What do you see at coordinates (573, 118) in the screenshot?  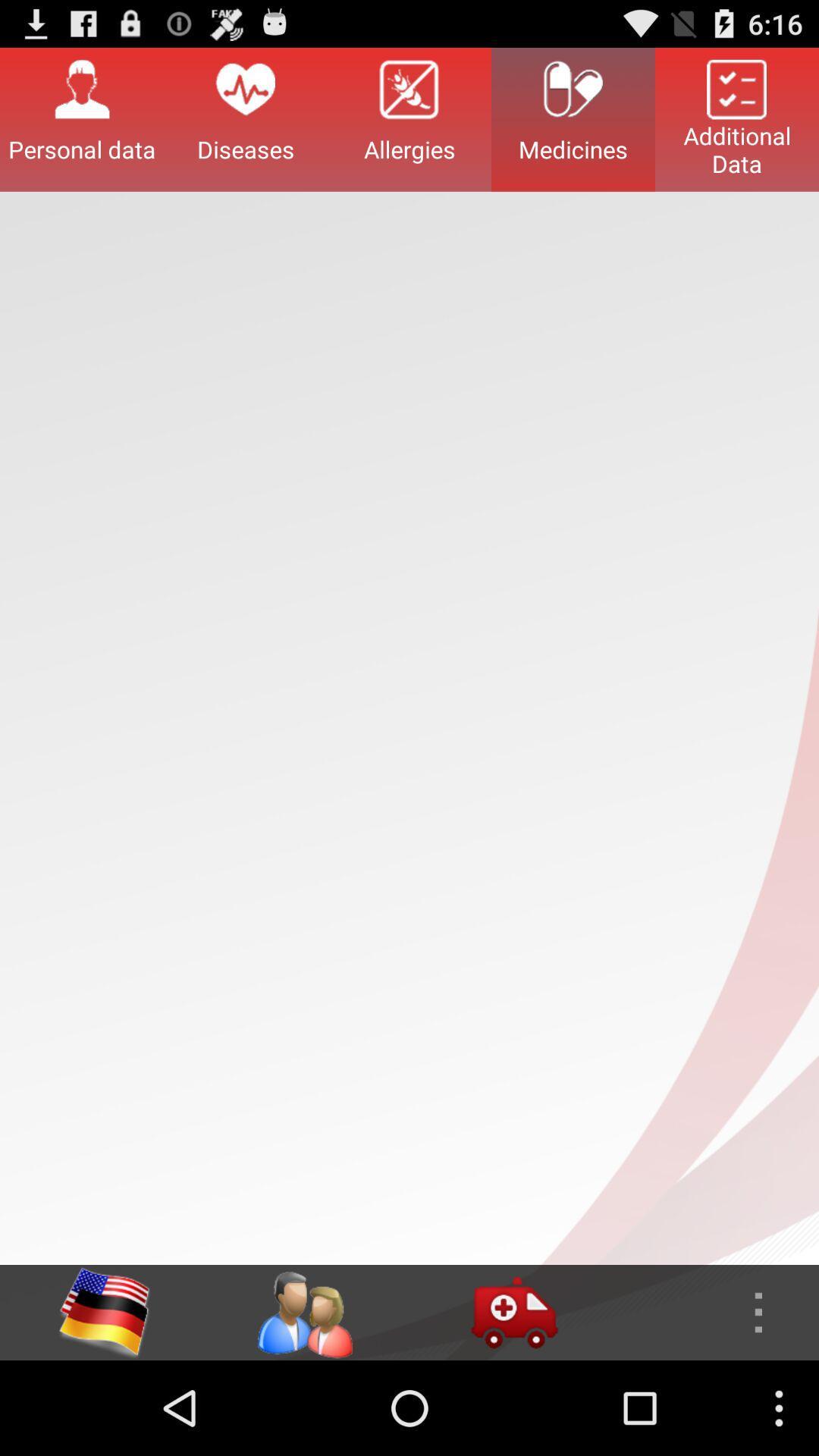 I see `the button next to the additional data icon` at bounding box center [573, 118].